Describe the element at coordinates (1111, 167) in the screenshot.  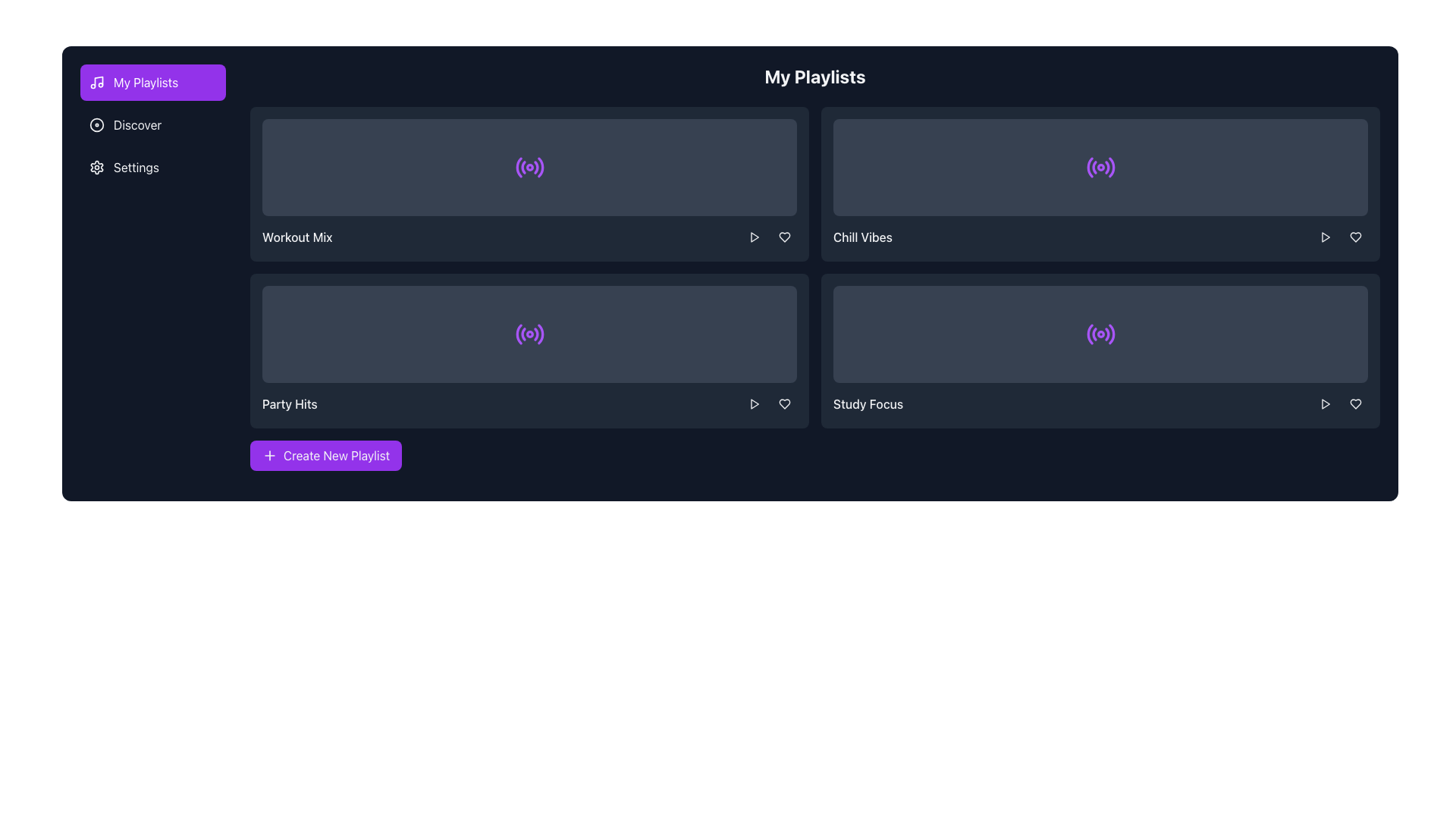
I see `the outermost curved line of the radio wave symbol in the 'Chill Vibes' card, which is a purple segment of the SVG icon located in the second column of the playlist section` at that location.